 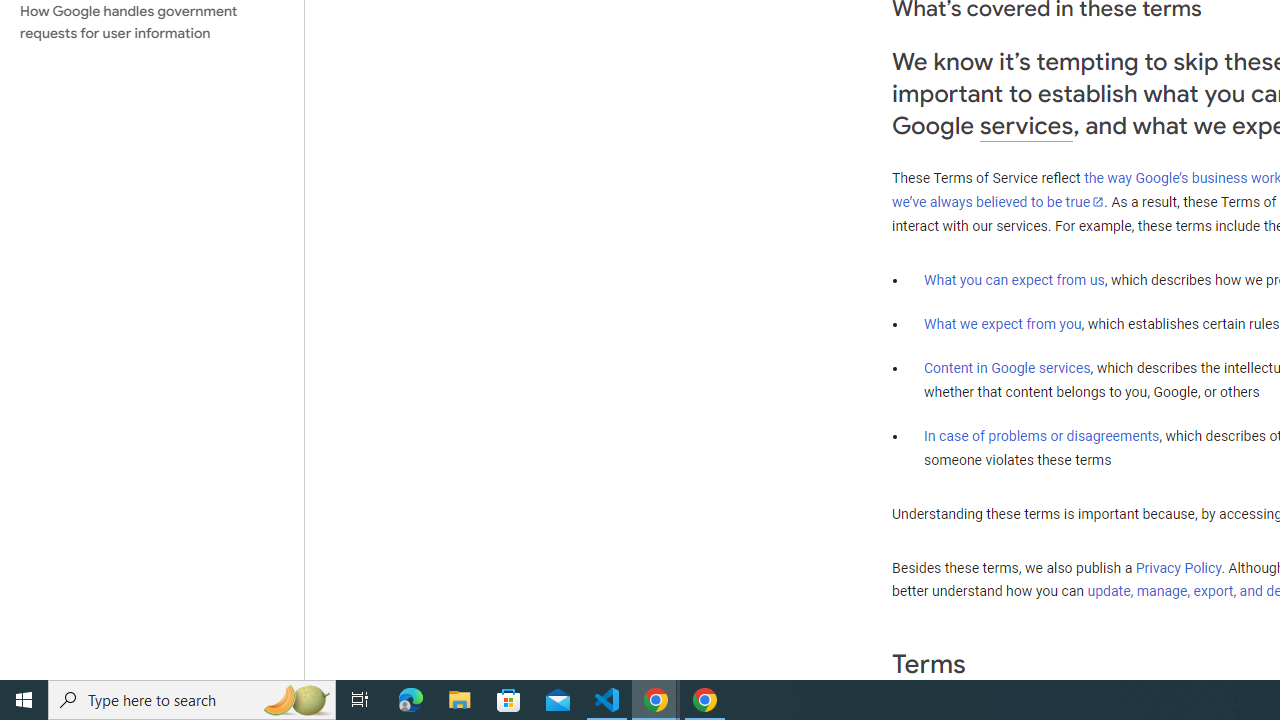 I want to click on 'Content in Google services', so click(x=1007, y=368).